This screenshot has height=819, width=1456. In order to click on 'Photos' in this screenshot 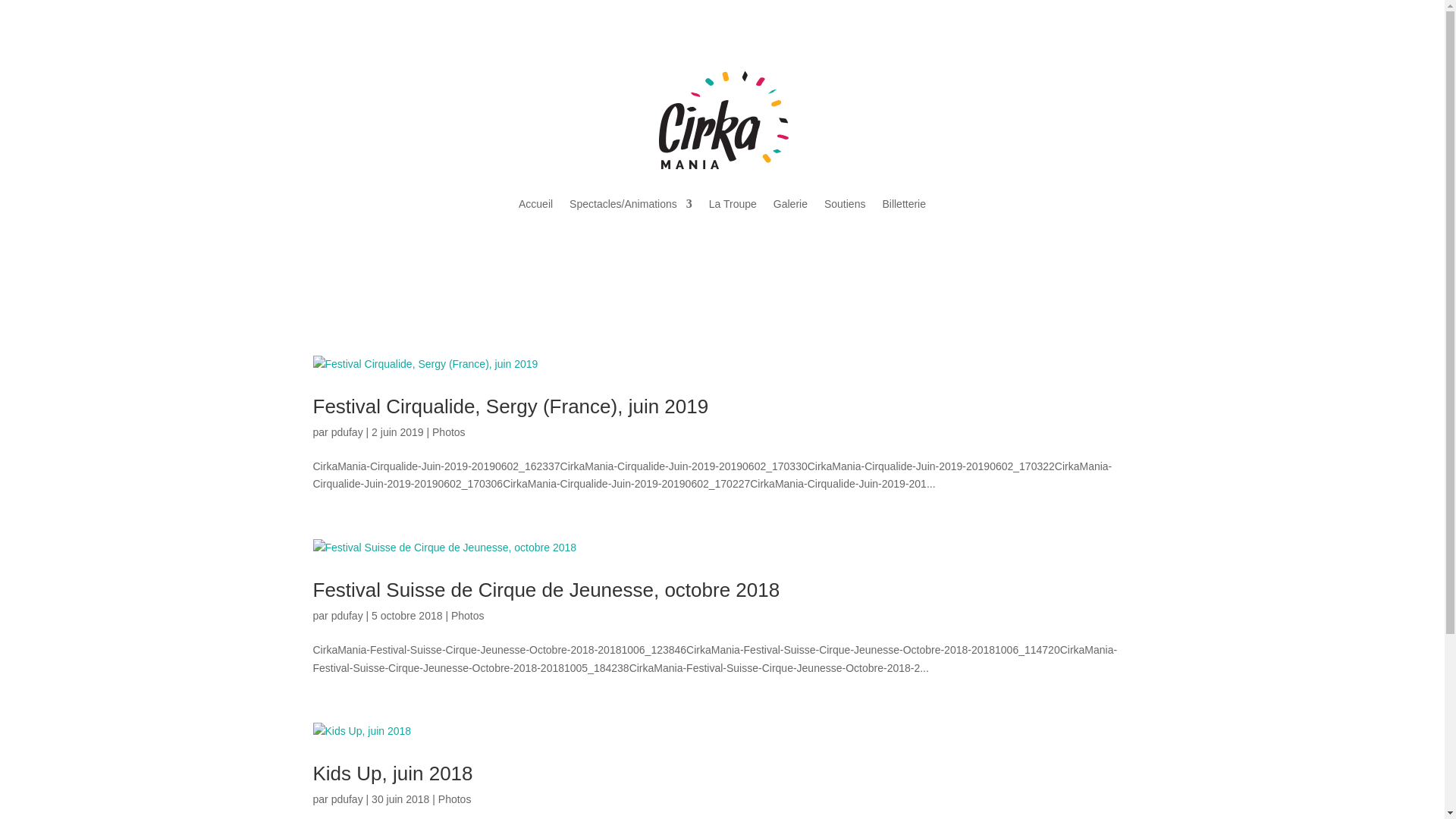, I will do `click(454, 798)`.